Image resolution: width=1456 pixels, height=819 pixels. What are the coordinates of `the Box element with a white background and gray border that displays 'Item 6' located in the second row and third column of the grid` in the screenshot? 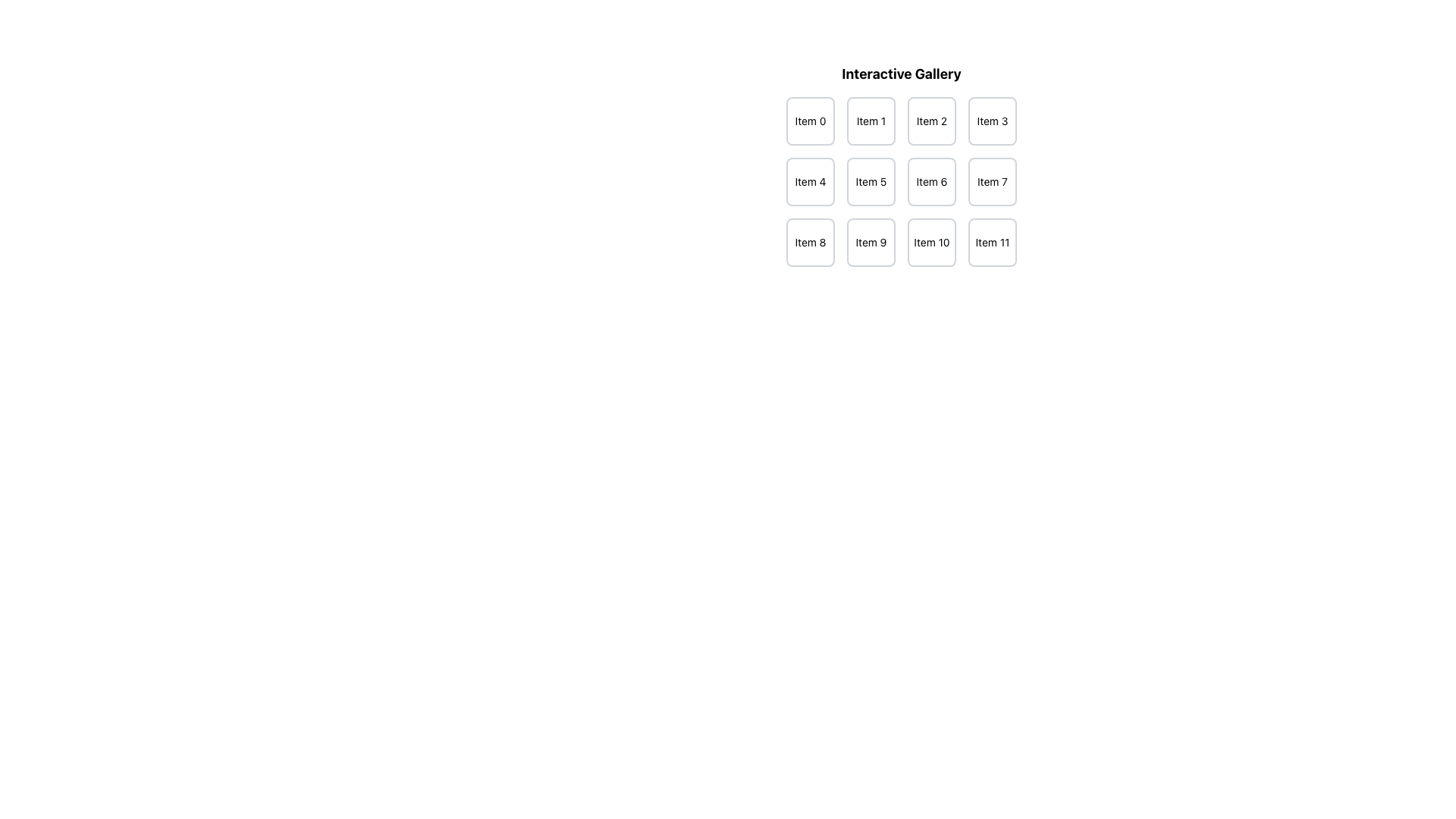 It's located at (930, 180).